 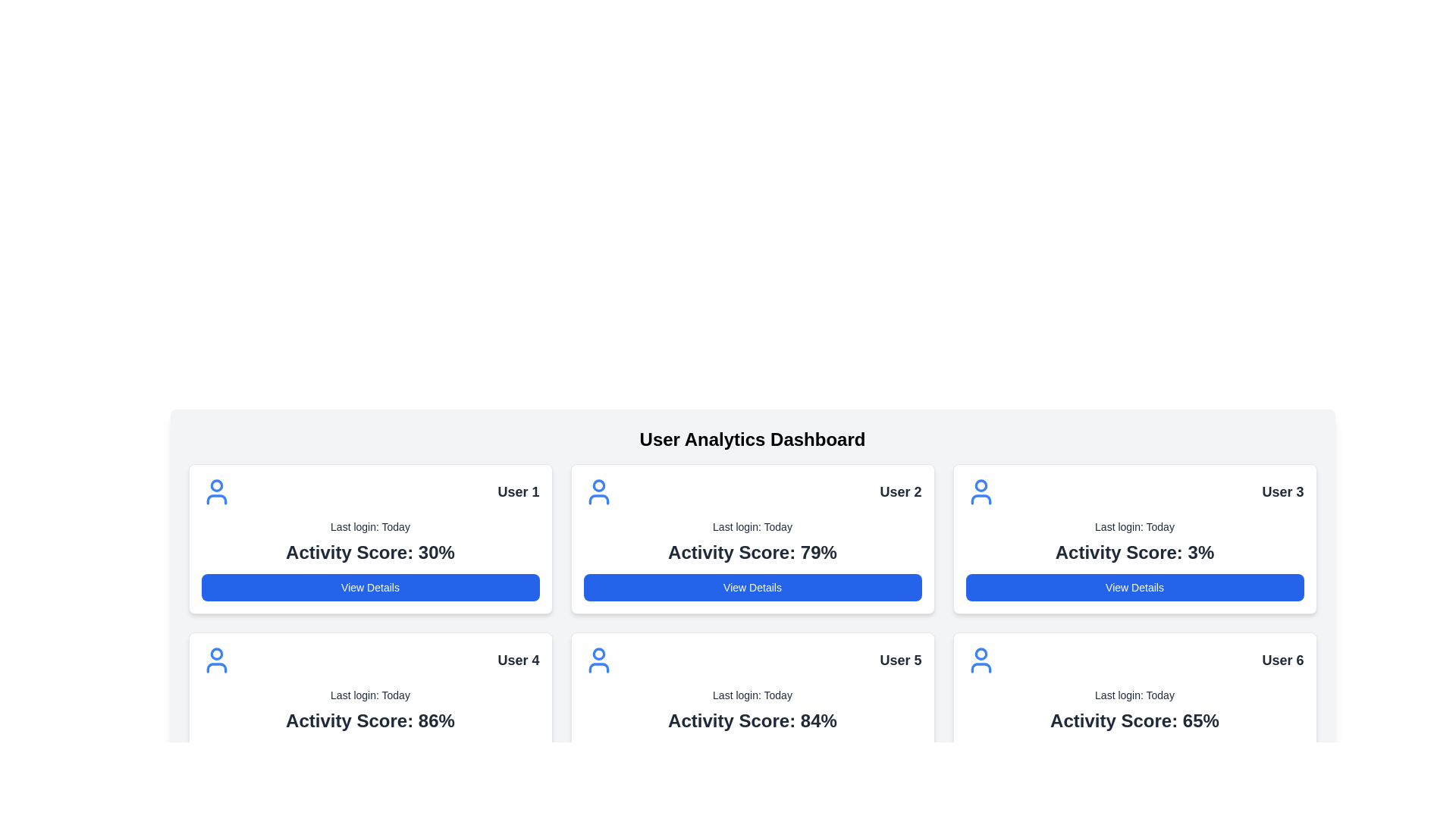 I want to click on the interactive button located at the bottom of the white card associated with 'User 1', so click(x=370, y=587).